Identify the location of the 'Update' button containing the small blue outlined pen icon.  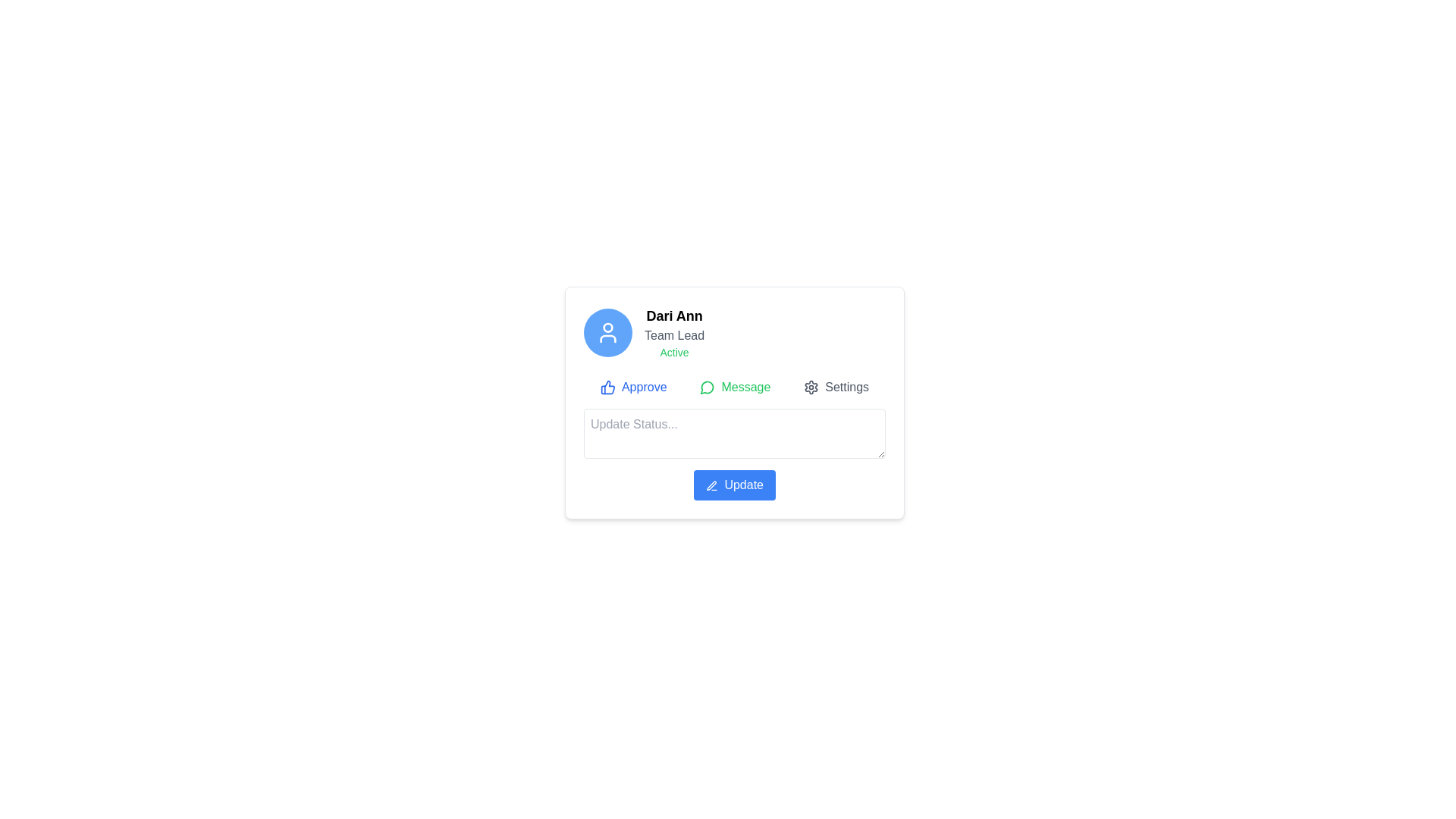
(711, 485).